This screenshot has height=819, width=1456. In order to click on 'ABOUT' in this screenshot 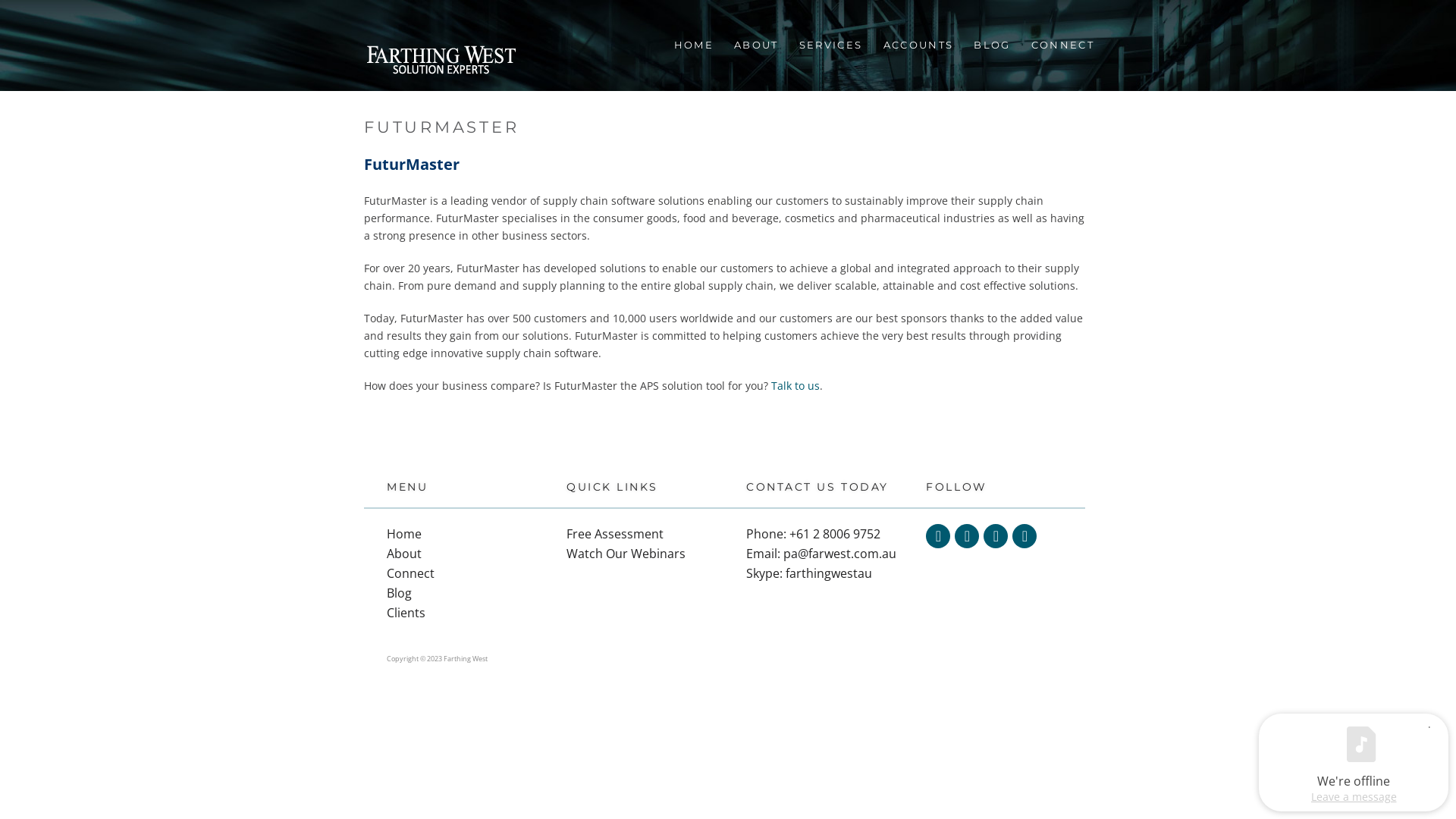, I will do `click(755, 44)`.